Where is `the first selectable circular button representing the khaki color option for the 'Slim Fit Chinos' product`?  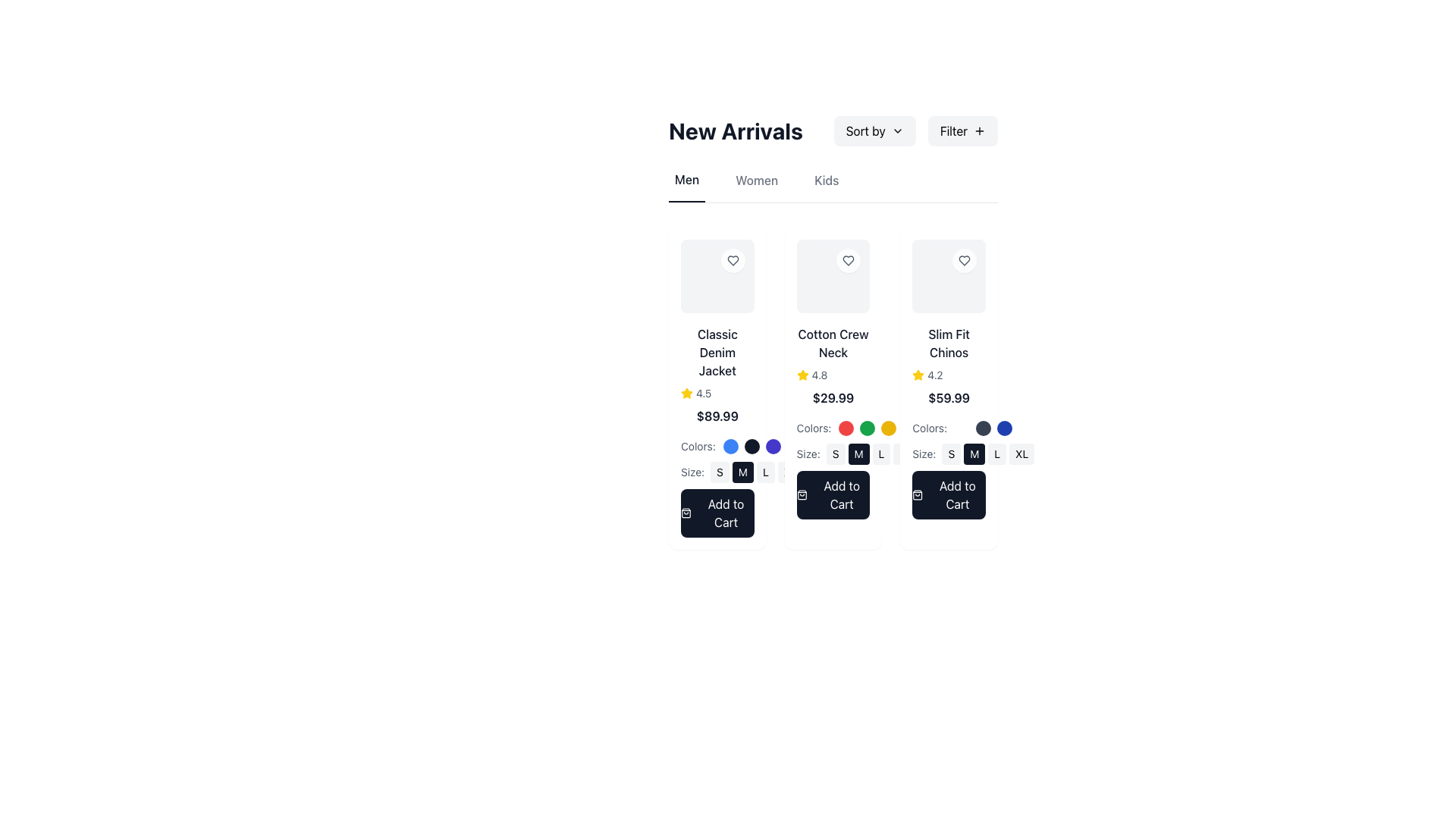
the first selectable circular button representing the khaki color option for the 'Slim Fit Chinos' product is located at coordinates (962, 428).